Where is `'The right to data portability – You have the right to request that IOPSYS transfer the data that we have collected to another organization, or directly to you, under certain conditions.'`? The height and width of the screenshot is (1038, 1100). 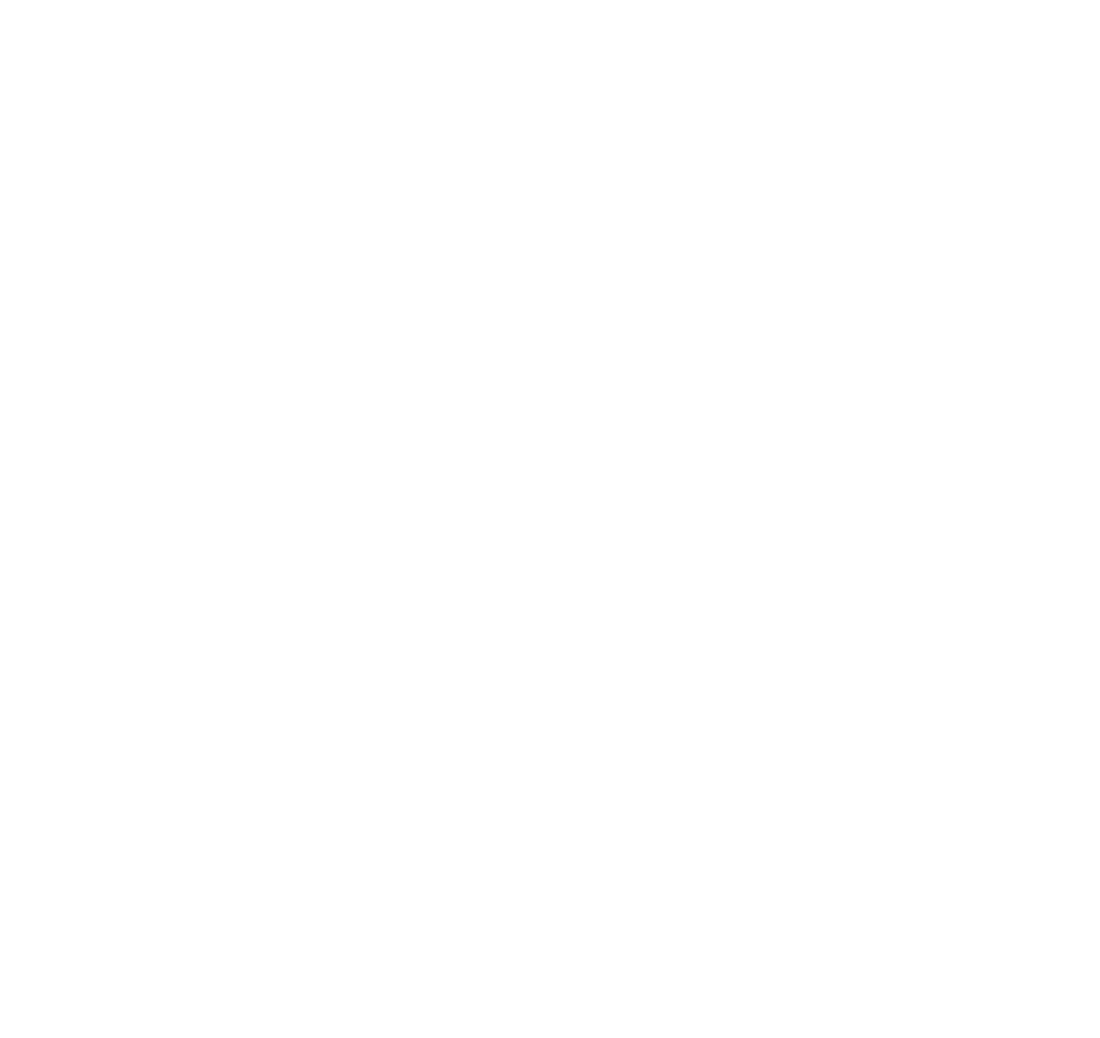
'The right to data portability – You have the right to request that IOPSYS transfer the data that we have collected to another organization, or directly to you, under certain conditions.' is located at coordinates (102, 326).